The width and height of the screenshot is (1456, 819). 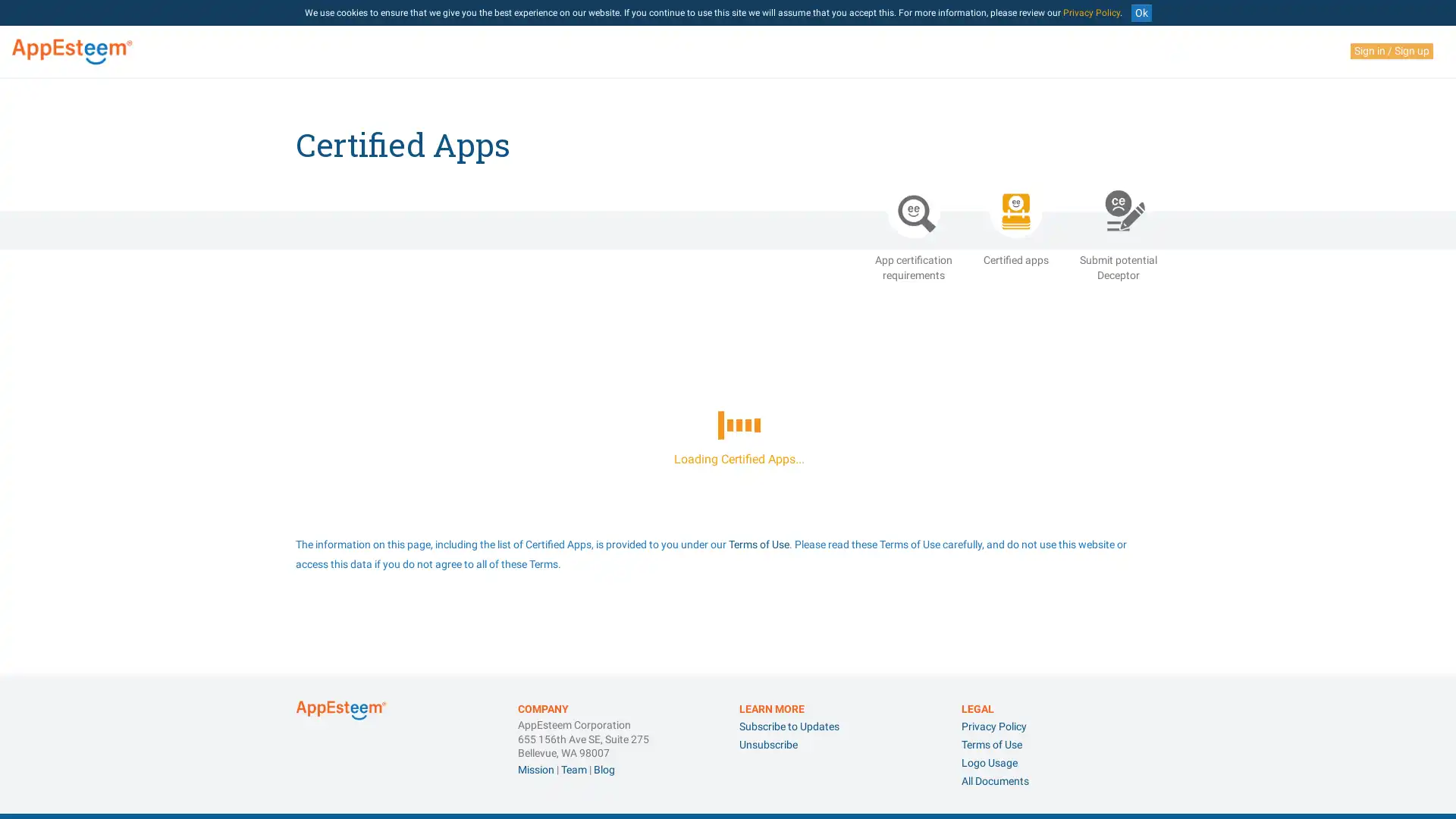 What do you see at coordinates (1392, 50) in the screenshot?
I see `Sign in / Sign up` at bounding box center [1392, 50].